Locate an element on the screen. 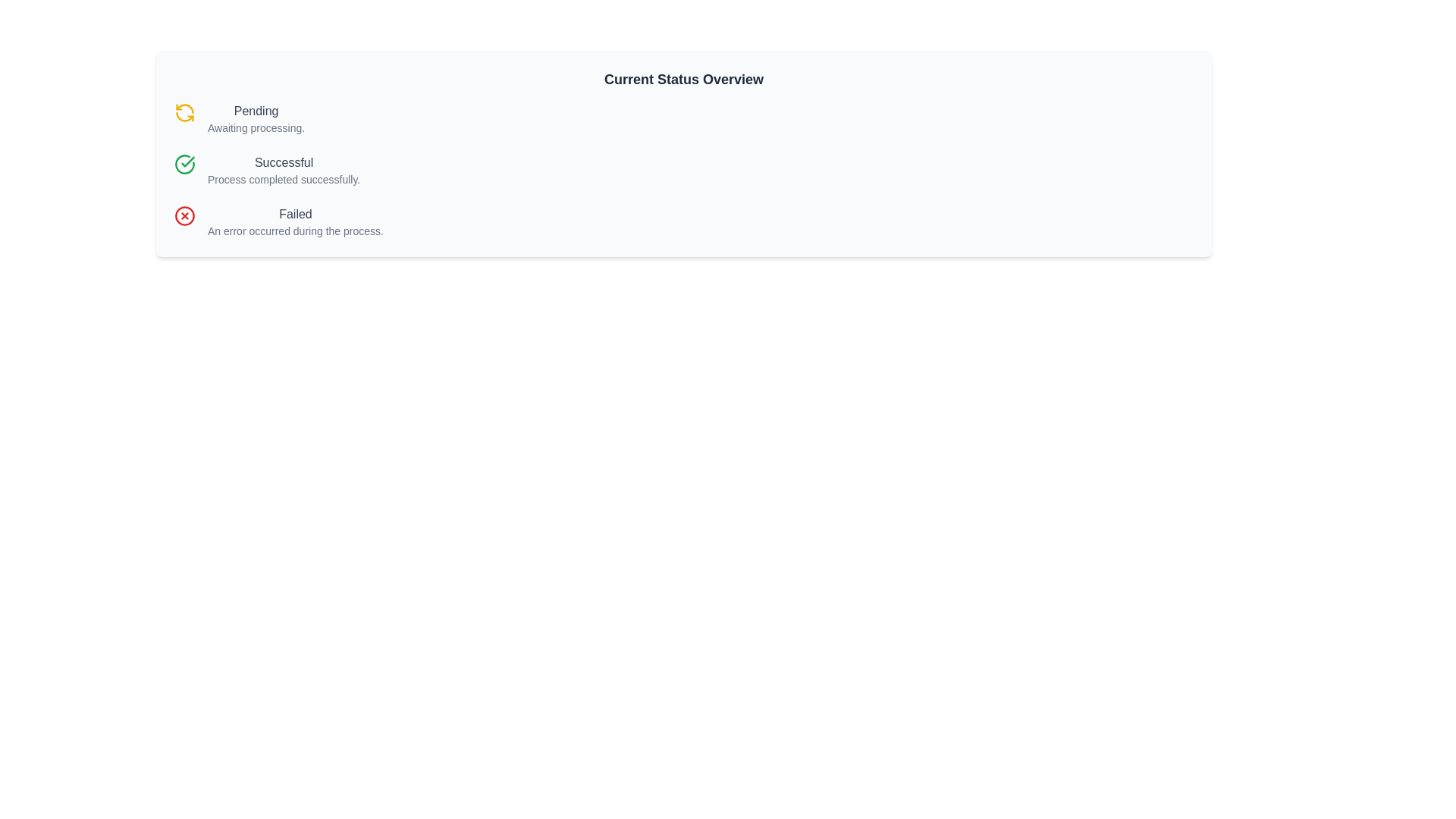  the icon that indicates a successful status within the status overview card, located in the middle of a three-item vertical status list adjacent to the 'Successful' label and above the 'Failed' label is located at coordinates (184, 164).